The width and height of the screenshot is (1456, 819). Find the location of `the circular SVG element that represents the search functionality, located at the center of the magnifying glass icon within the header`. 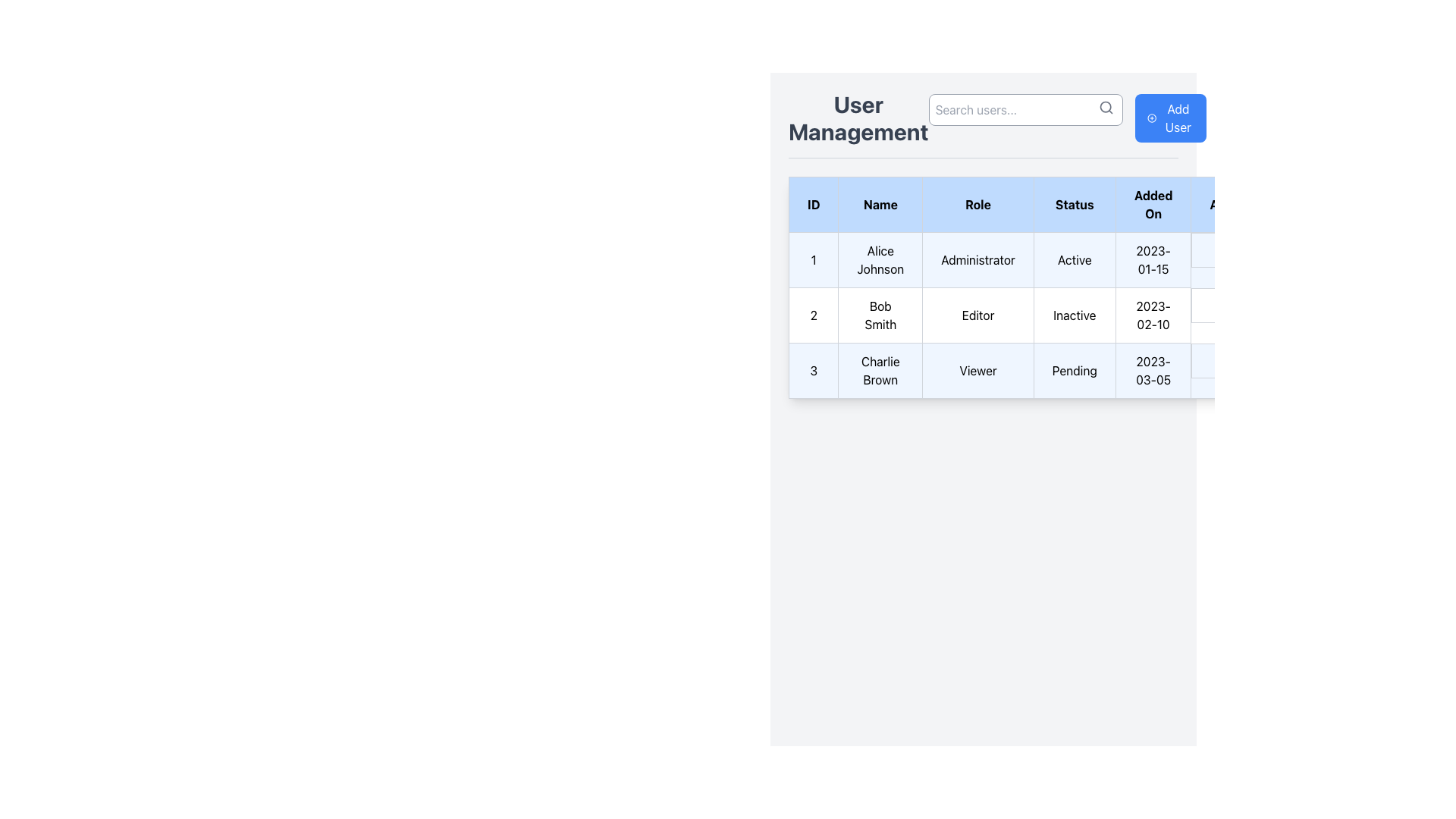

the circular SVG element that represents the search functionality, located at the center of the magnifying glass icon within the header is located at coordinates (1105, 106).